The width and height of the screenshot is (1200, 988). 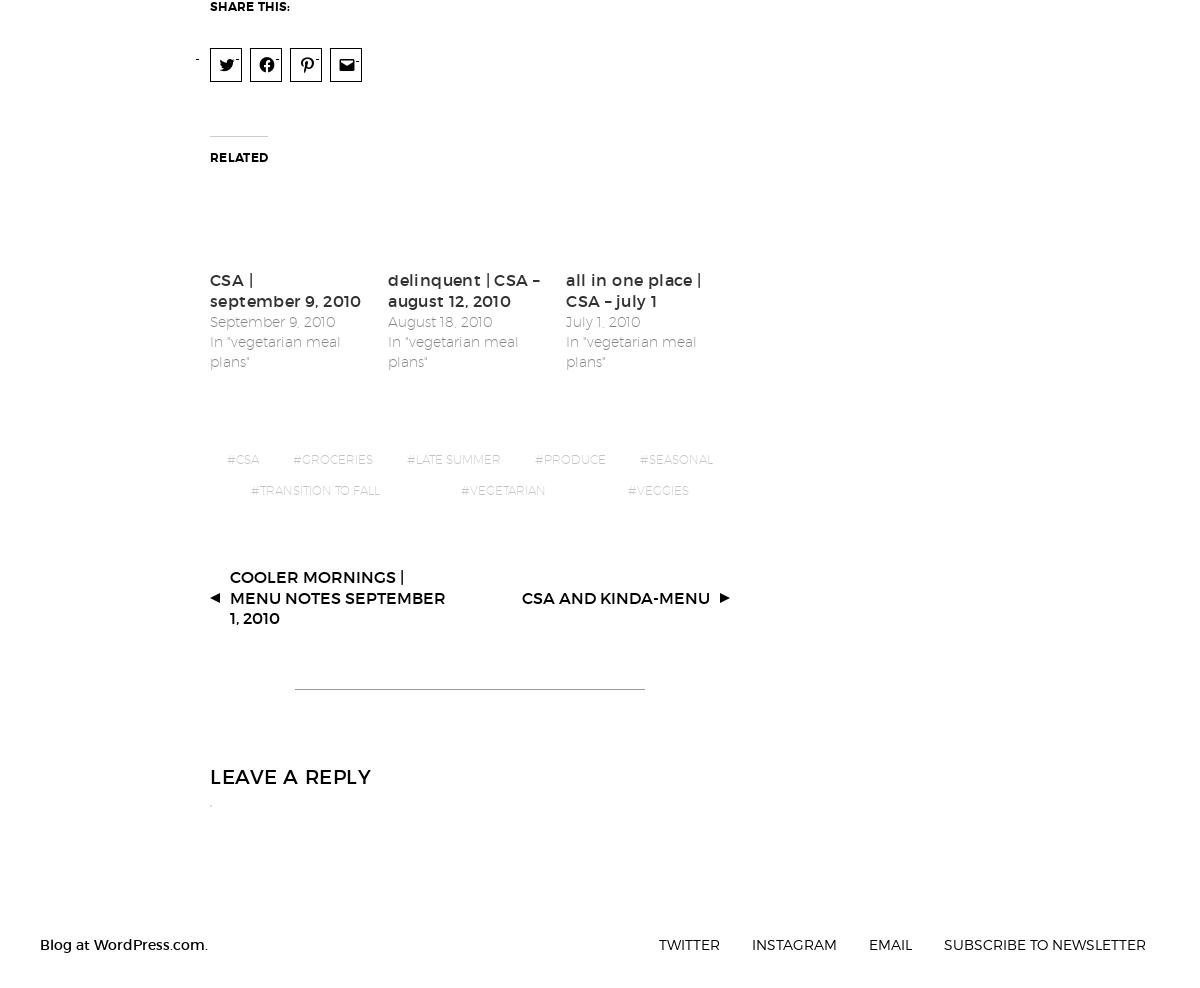 I want to click on 'CSA and kinda-menu', so click(x=615, y=583).